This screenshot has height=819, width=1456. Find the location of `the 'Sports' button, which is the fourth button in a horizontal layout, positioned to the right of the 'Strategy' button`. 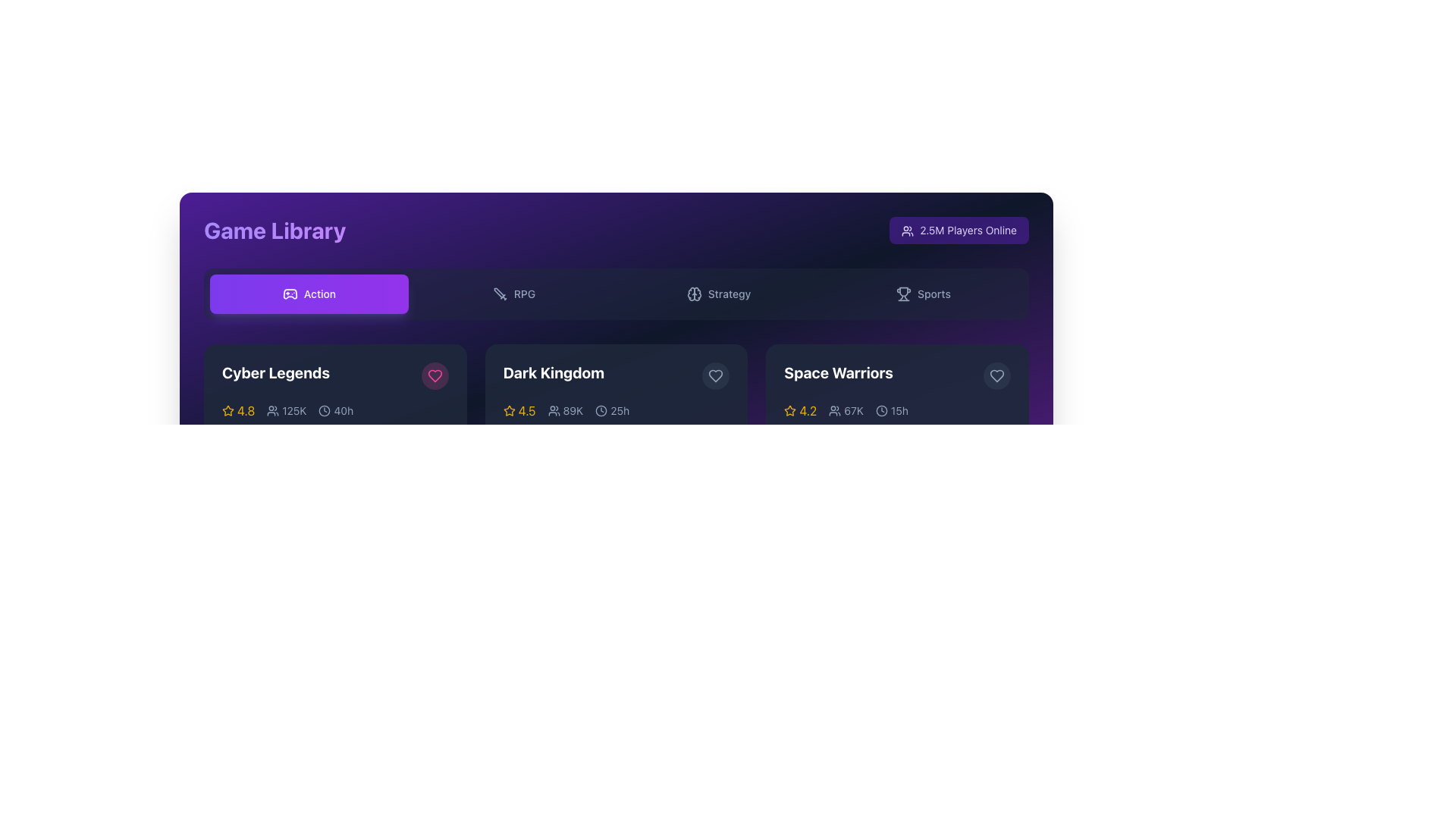

the 'Sports' button, which is the fourth button in a horizontal layout, positioned to the right of the 'Strategy' button is located at coordinates (923, 294).